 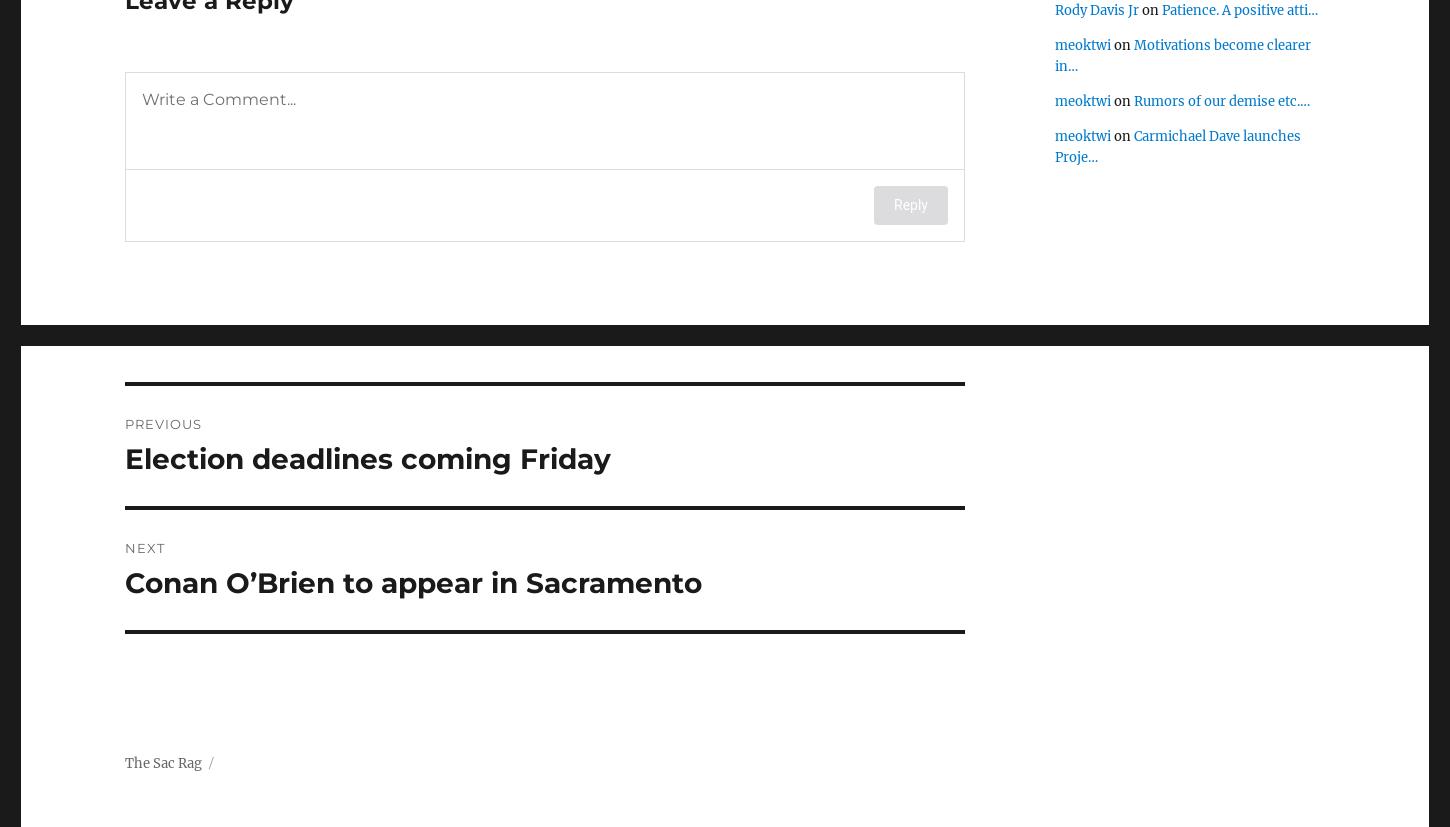 I want to click on 'Election deadlines coming Friday', so click(x=123, y=457).